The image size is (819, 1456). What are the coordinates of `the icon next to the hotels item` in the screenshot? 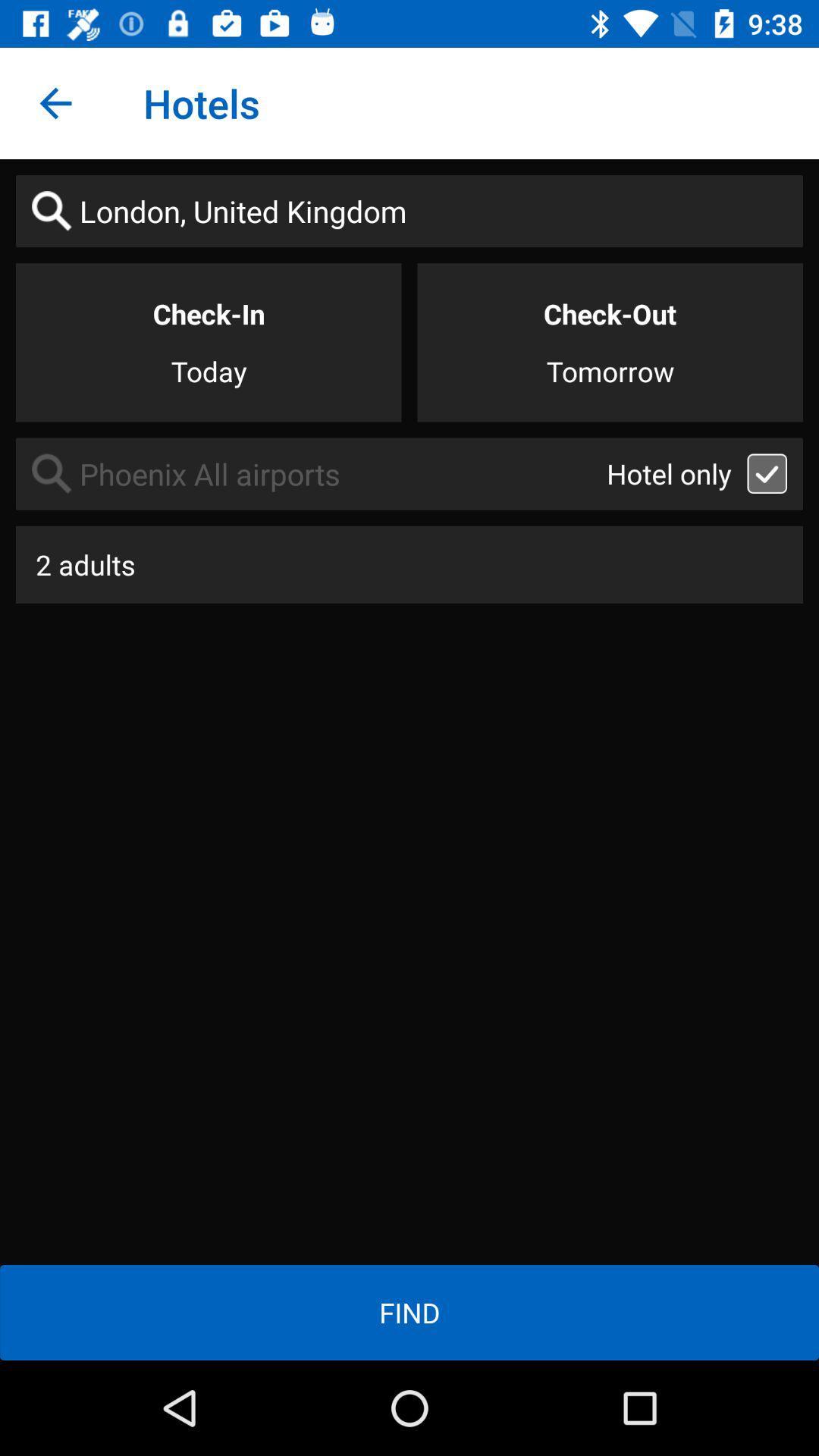 It's located at (55, 102).